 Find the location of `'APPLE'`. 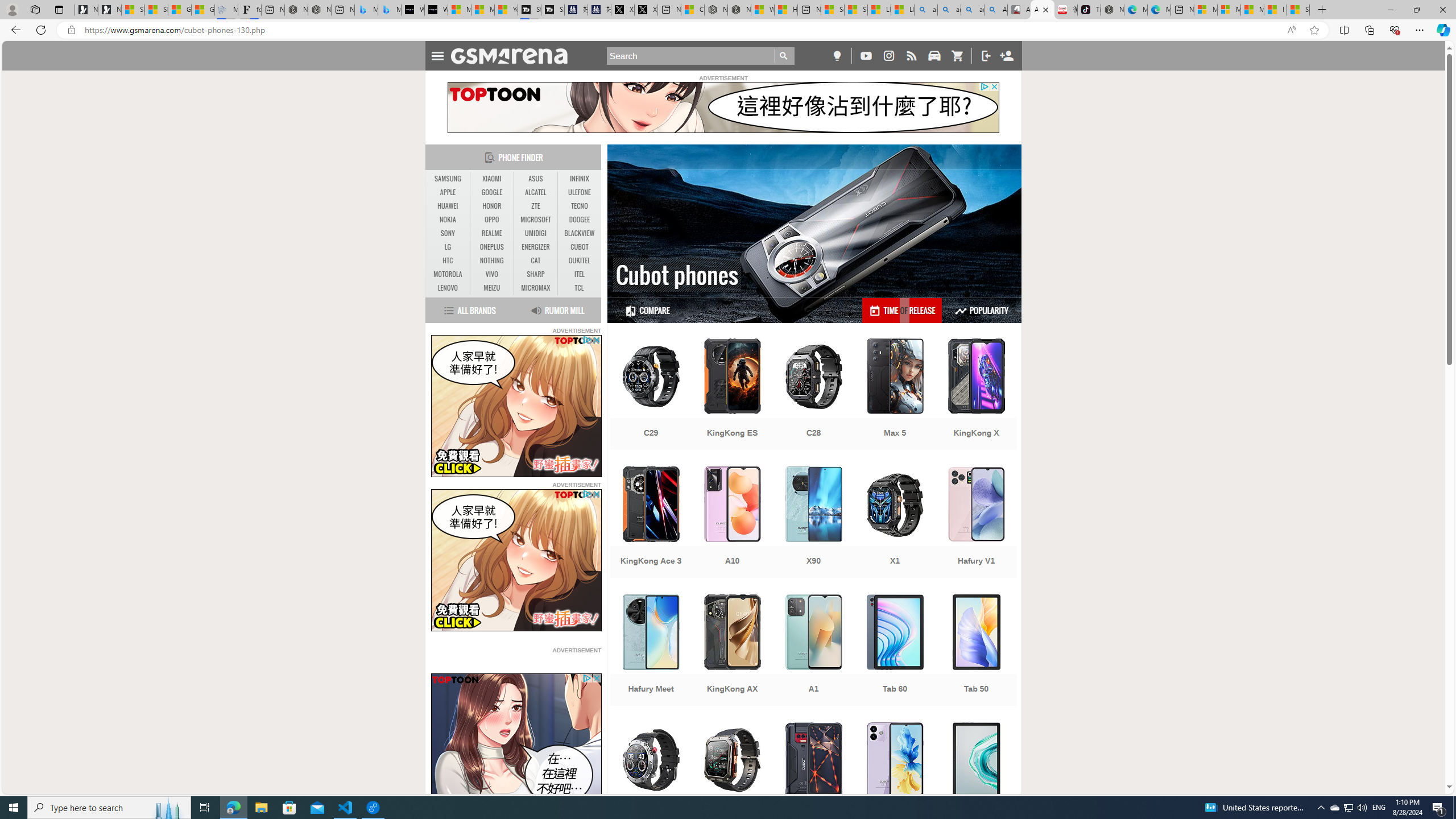

'APPLE' is located at coordinates (448, 192).